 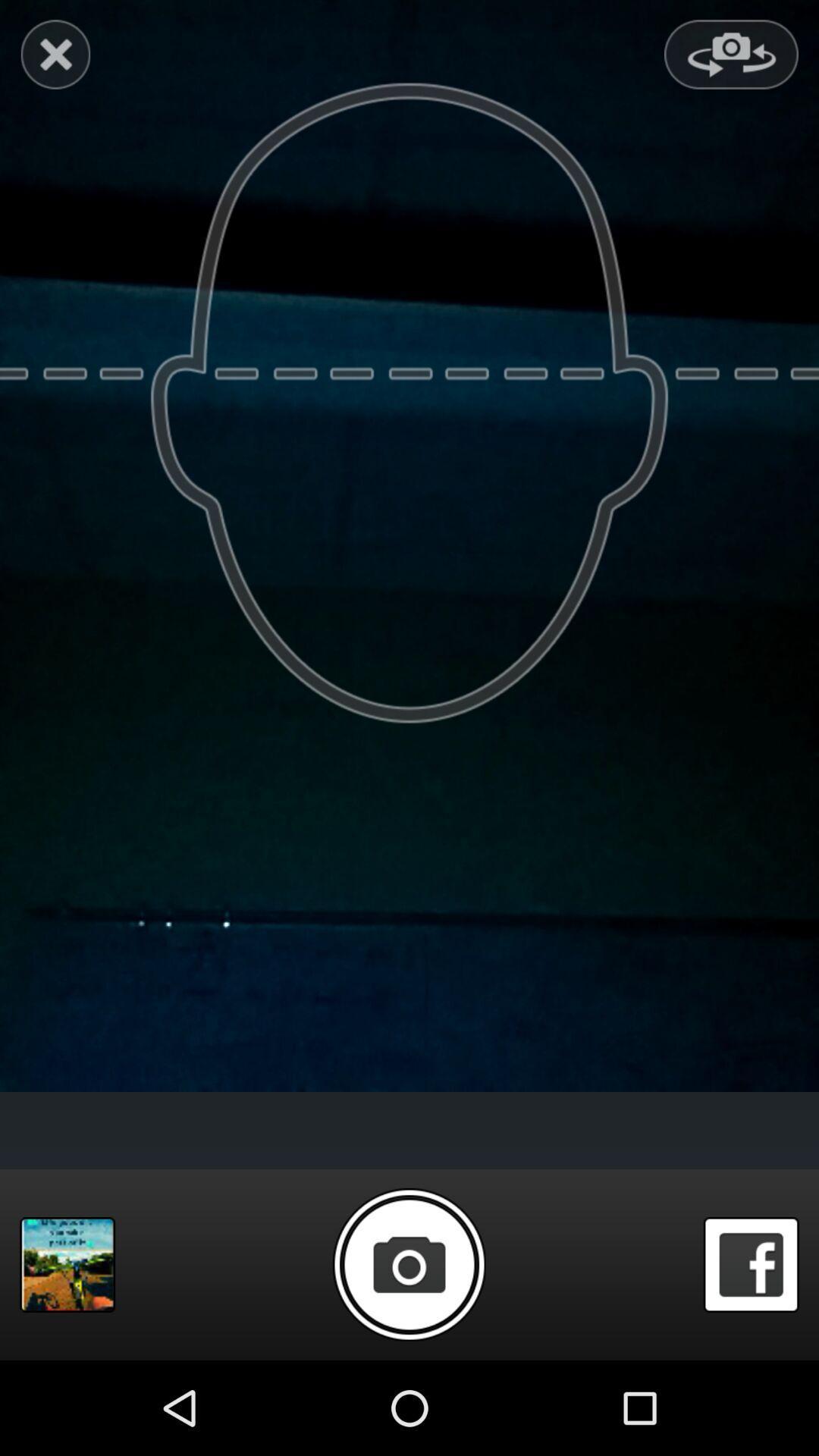 I want to click on the facebook icon, so click(x=751, y=1354).